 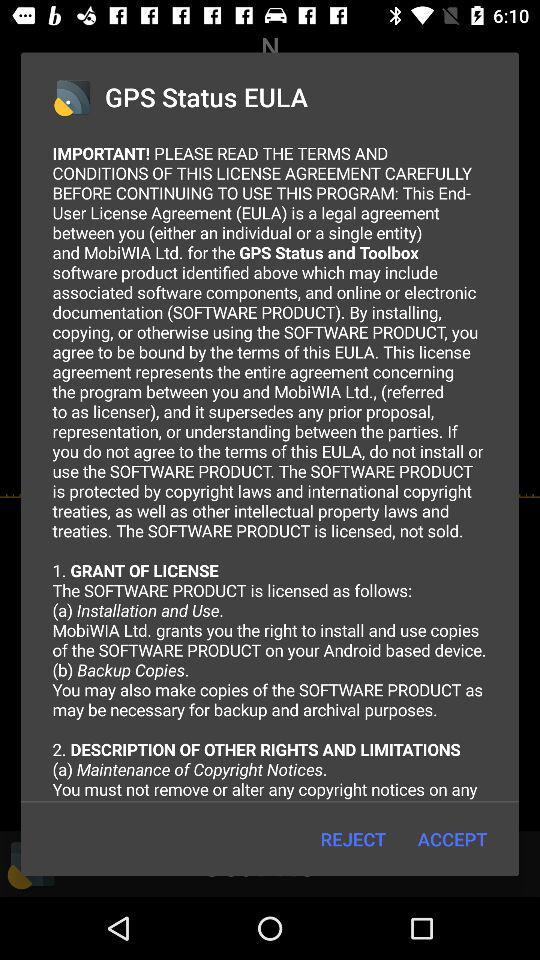 What do you see at coordinates (452, 839) in the screenshot?
I see `the icon to the right of the reject` at bounding box center [452, 839].